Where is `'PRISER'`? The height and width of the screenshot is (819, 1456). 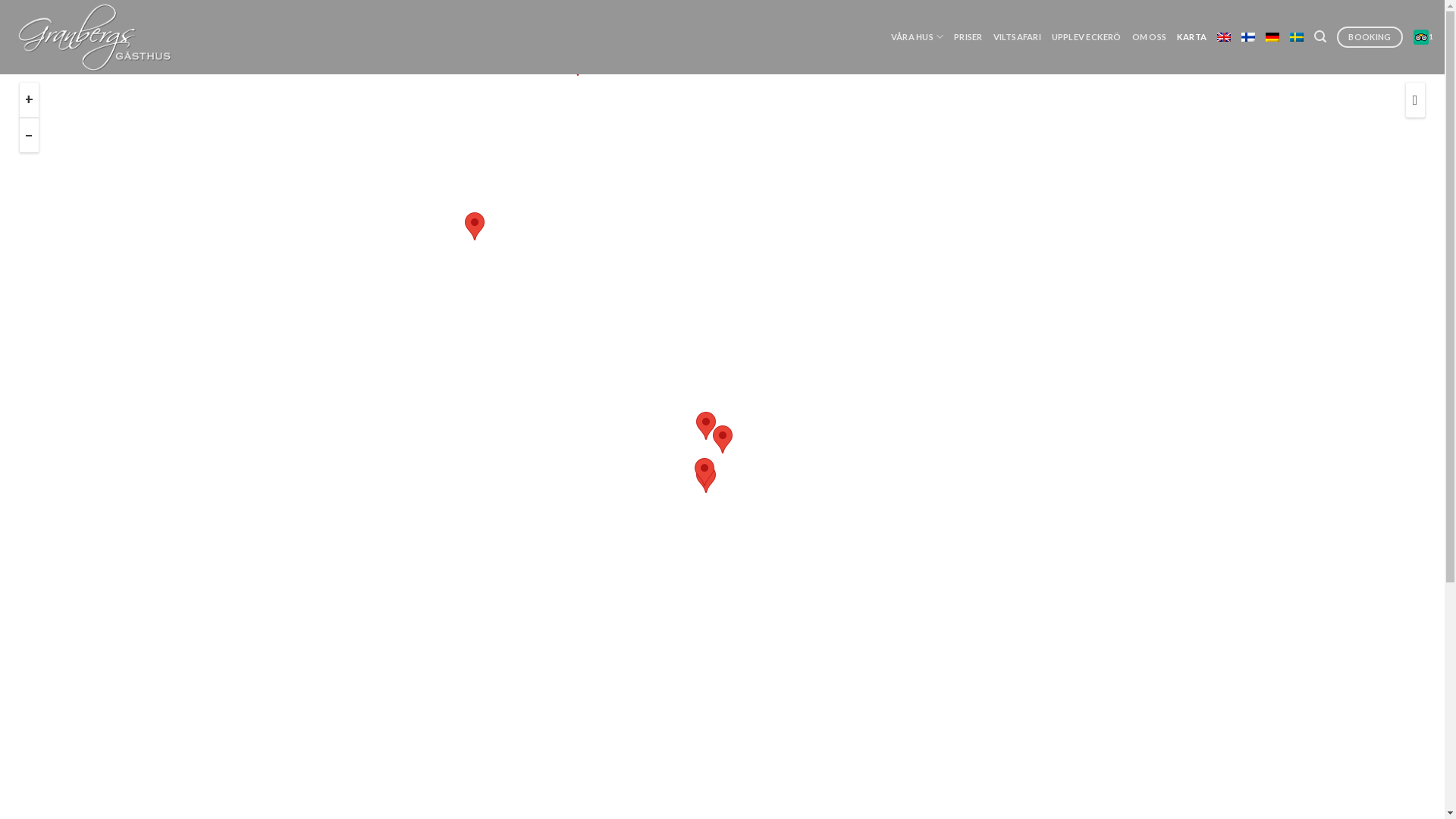
'PRISER' is located at coordinates (967, 36).